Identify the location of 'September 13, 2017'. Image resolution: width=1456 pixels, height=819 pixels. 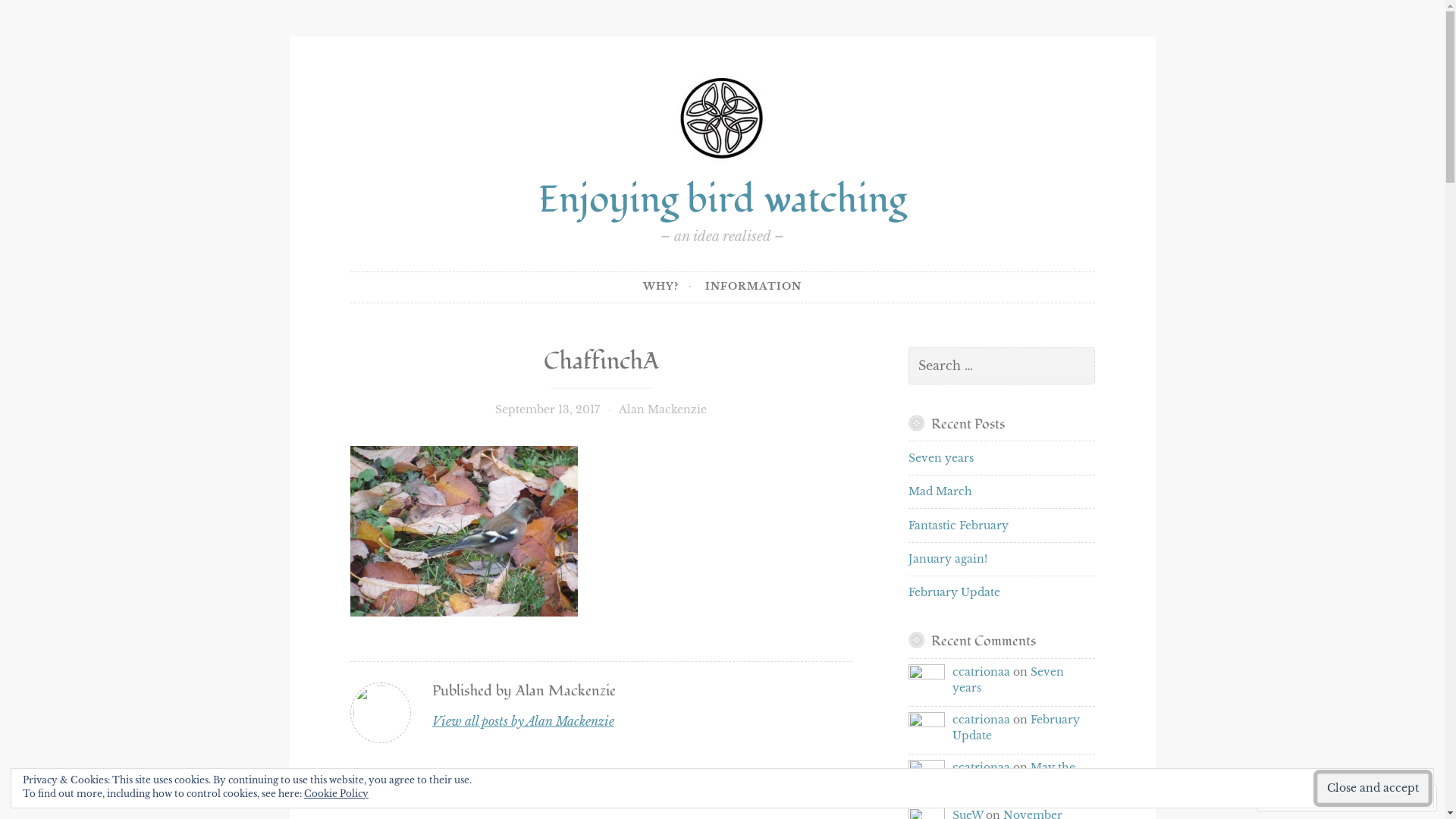
(494, 409).